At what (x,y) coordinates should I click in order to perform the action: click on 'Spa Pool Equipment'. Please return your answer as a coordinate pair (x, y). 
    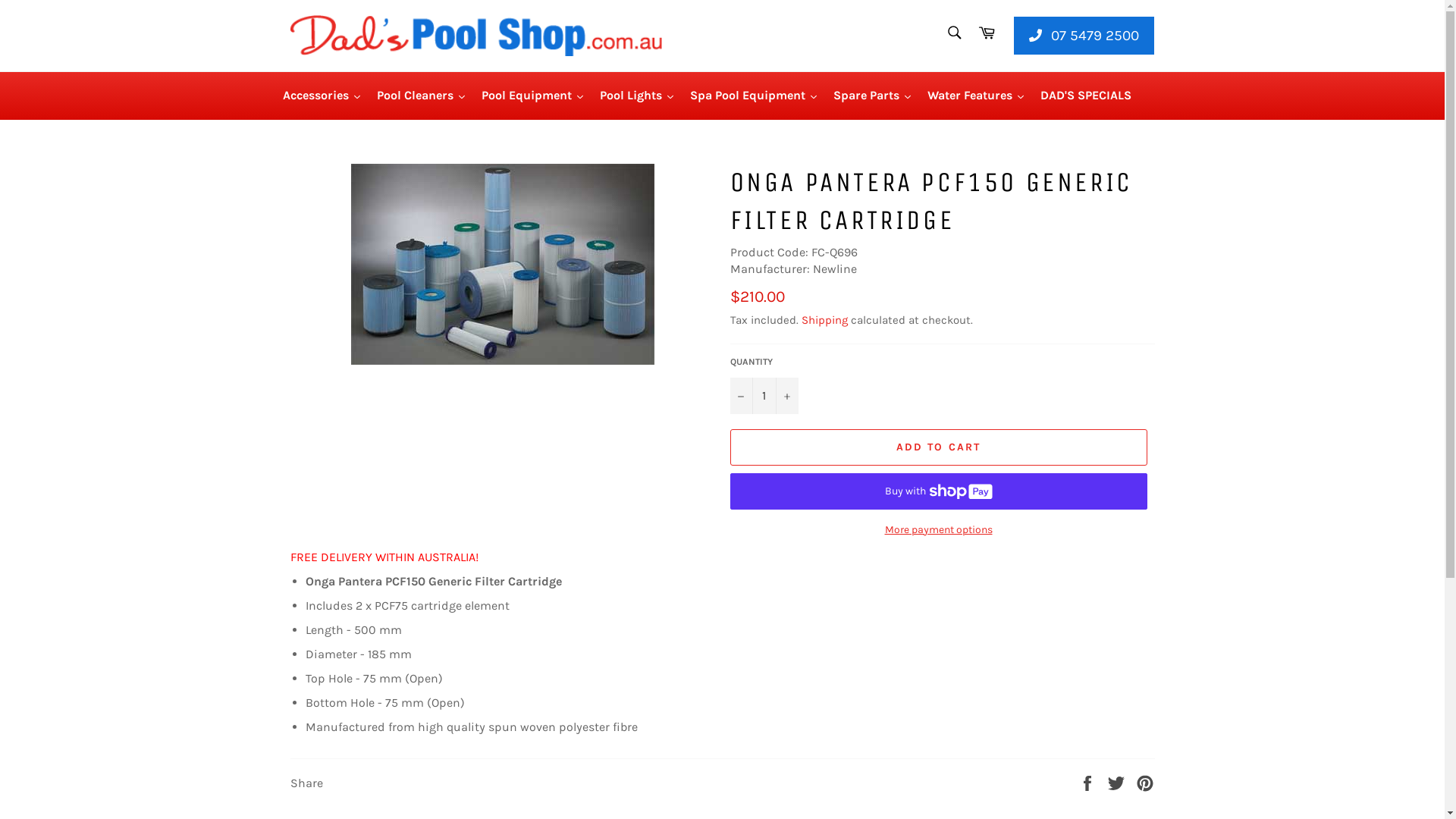
    Looking at the image, I should click on (754, 96).